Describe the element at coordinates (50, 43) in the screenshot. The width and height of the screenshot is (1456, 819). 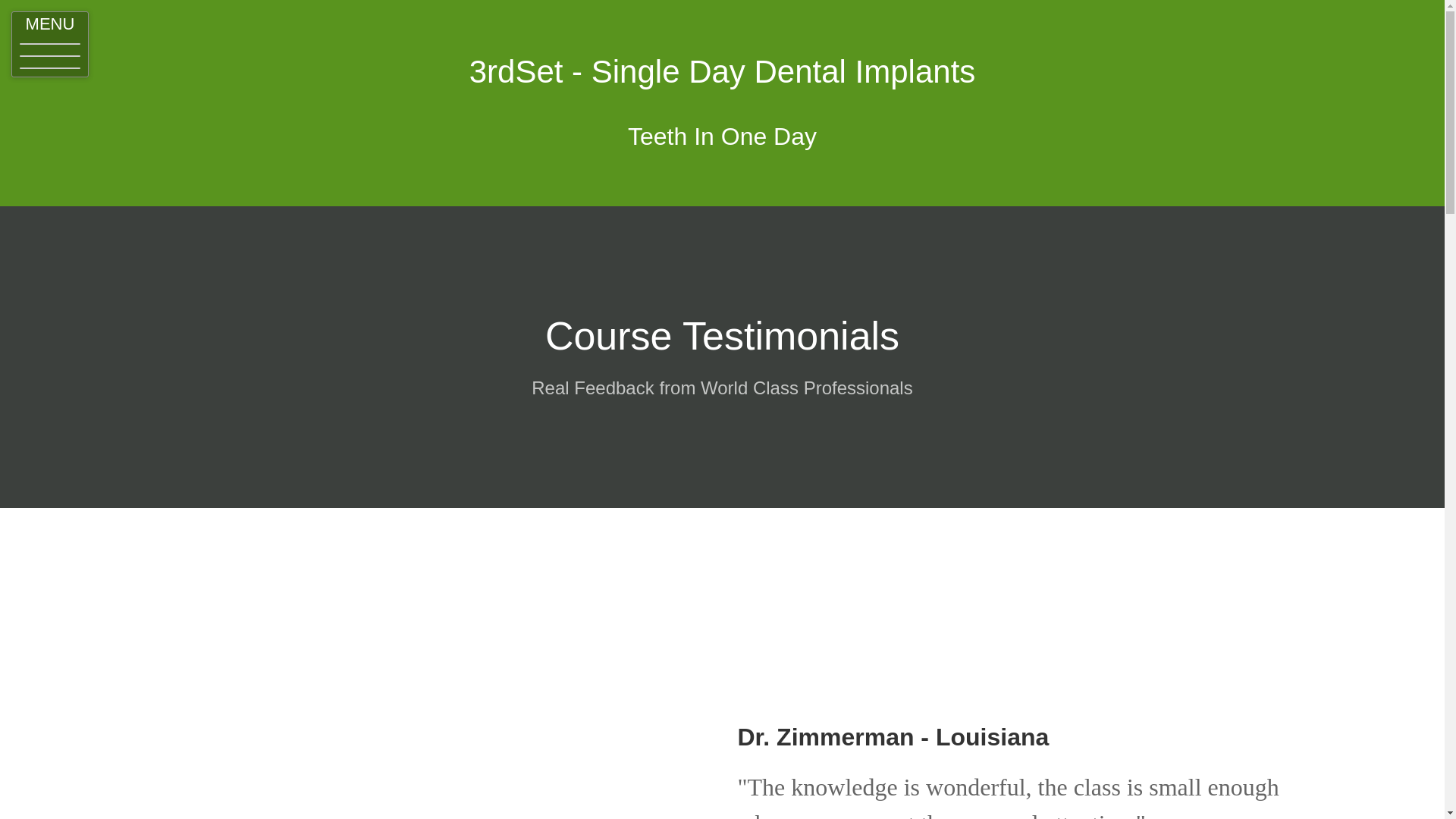
I see `'Menu` at that location.